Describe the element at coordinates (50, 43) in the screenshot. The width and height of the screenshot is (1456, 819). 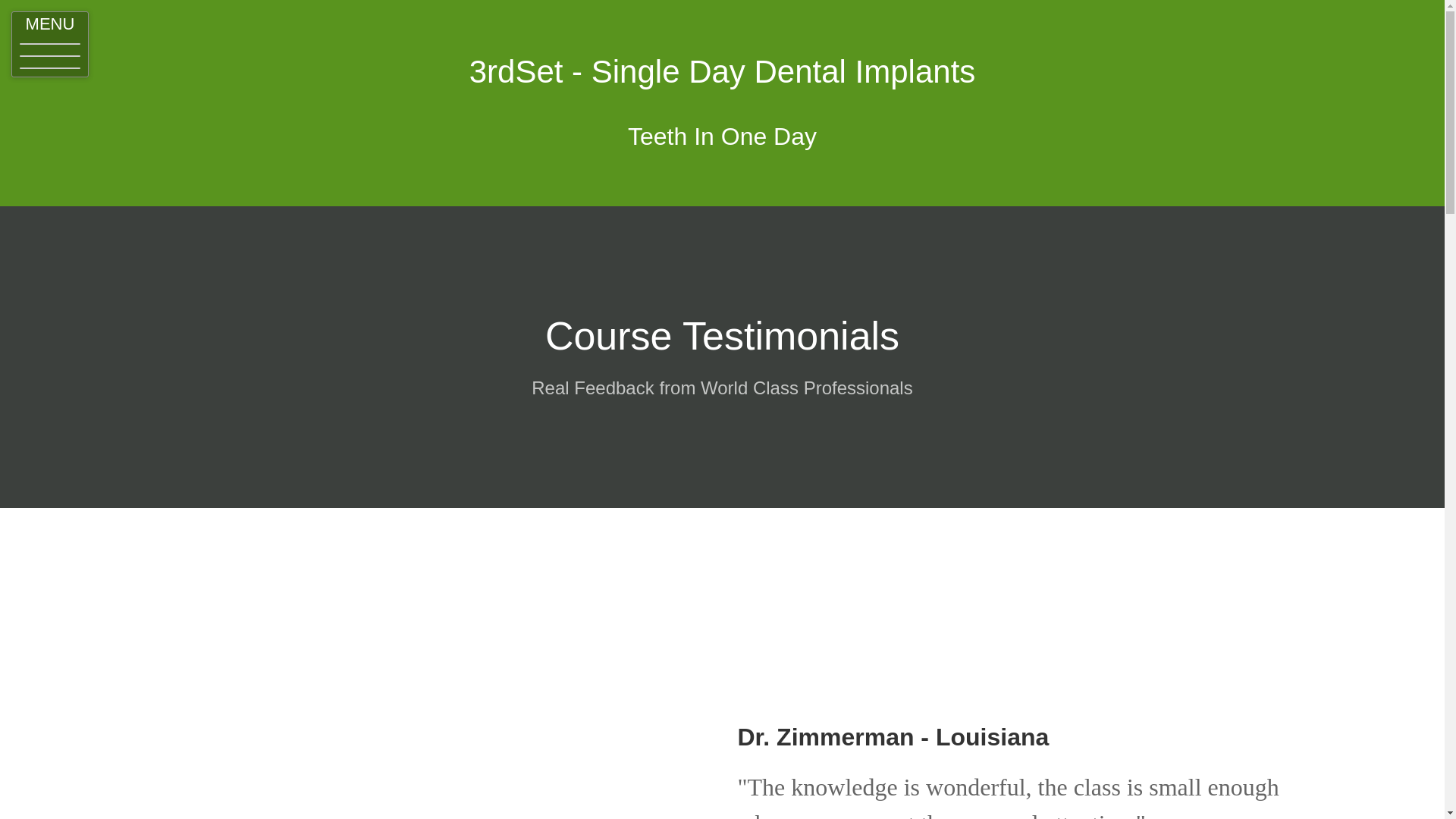
I see `'Menu` at that location.